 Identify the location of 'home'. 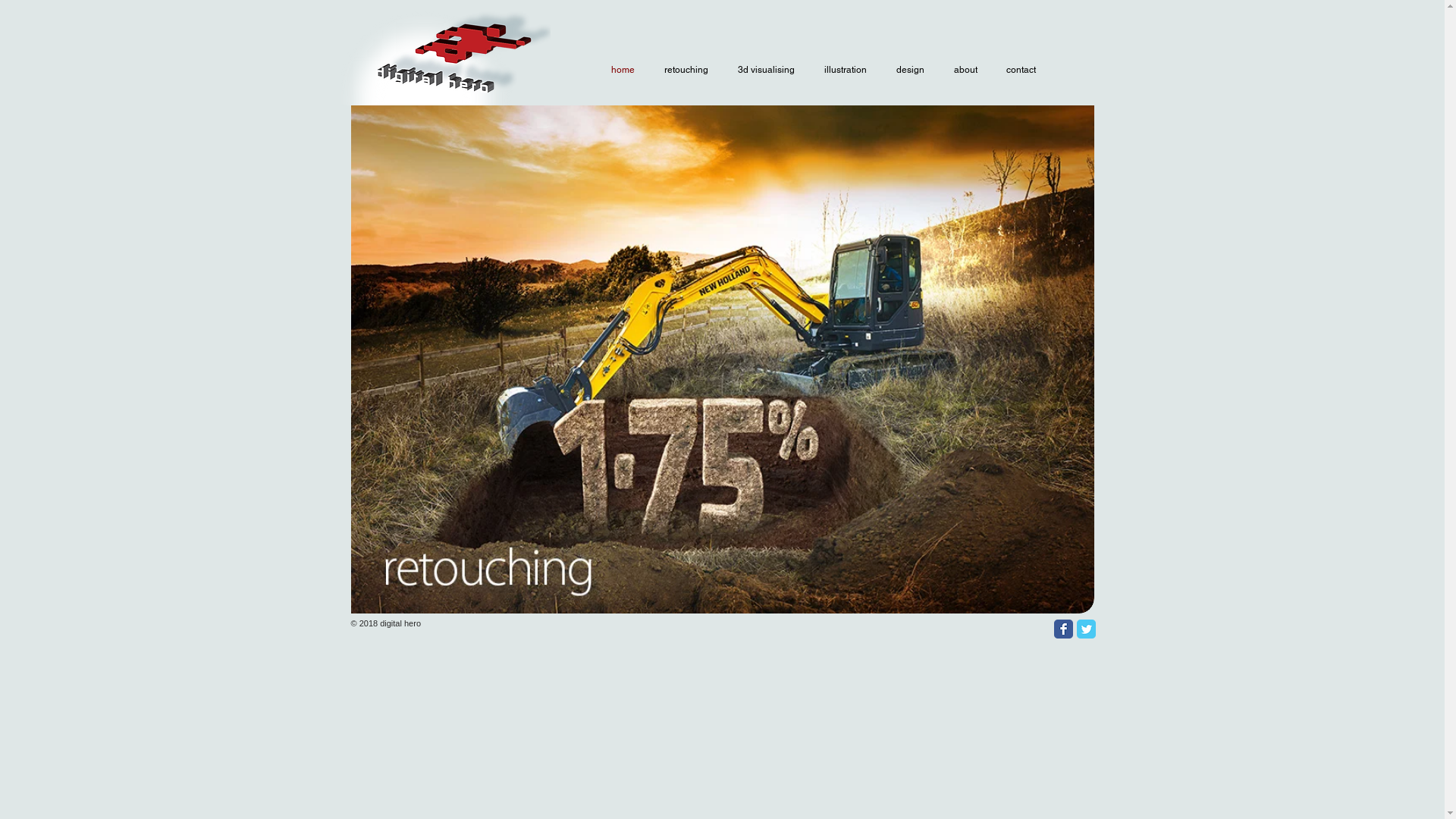
(621, 70).